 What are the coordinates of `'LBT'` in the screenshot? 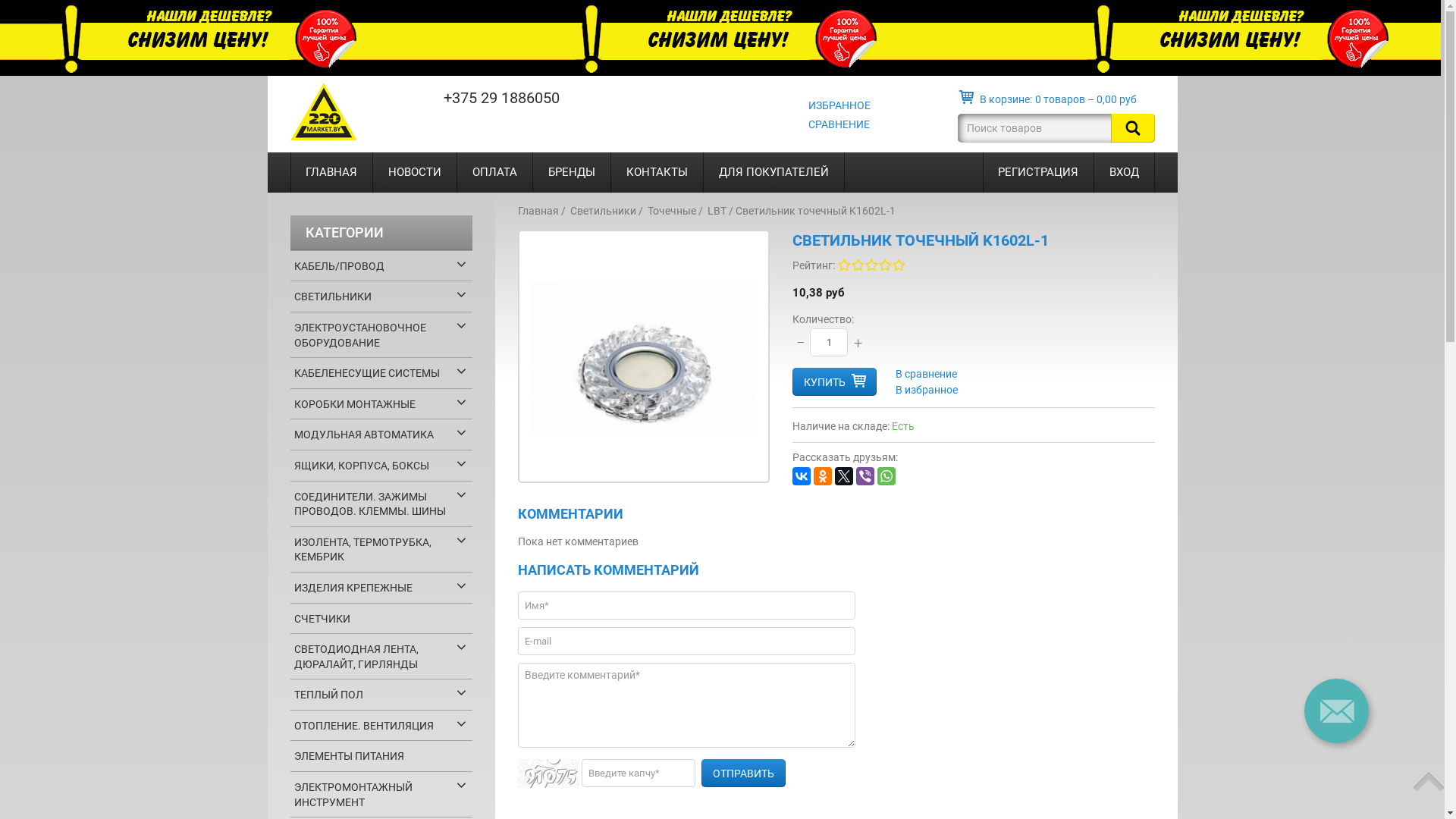 It's located at (715, 210).